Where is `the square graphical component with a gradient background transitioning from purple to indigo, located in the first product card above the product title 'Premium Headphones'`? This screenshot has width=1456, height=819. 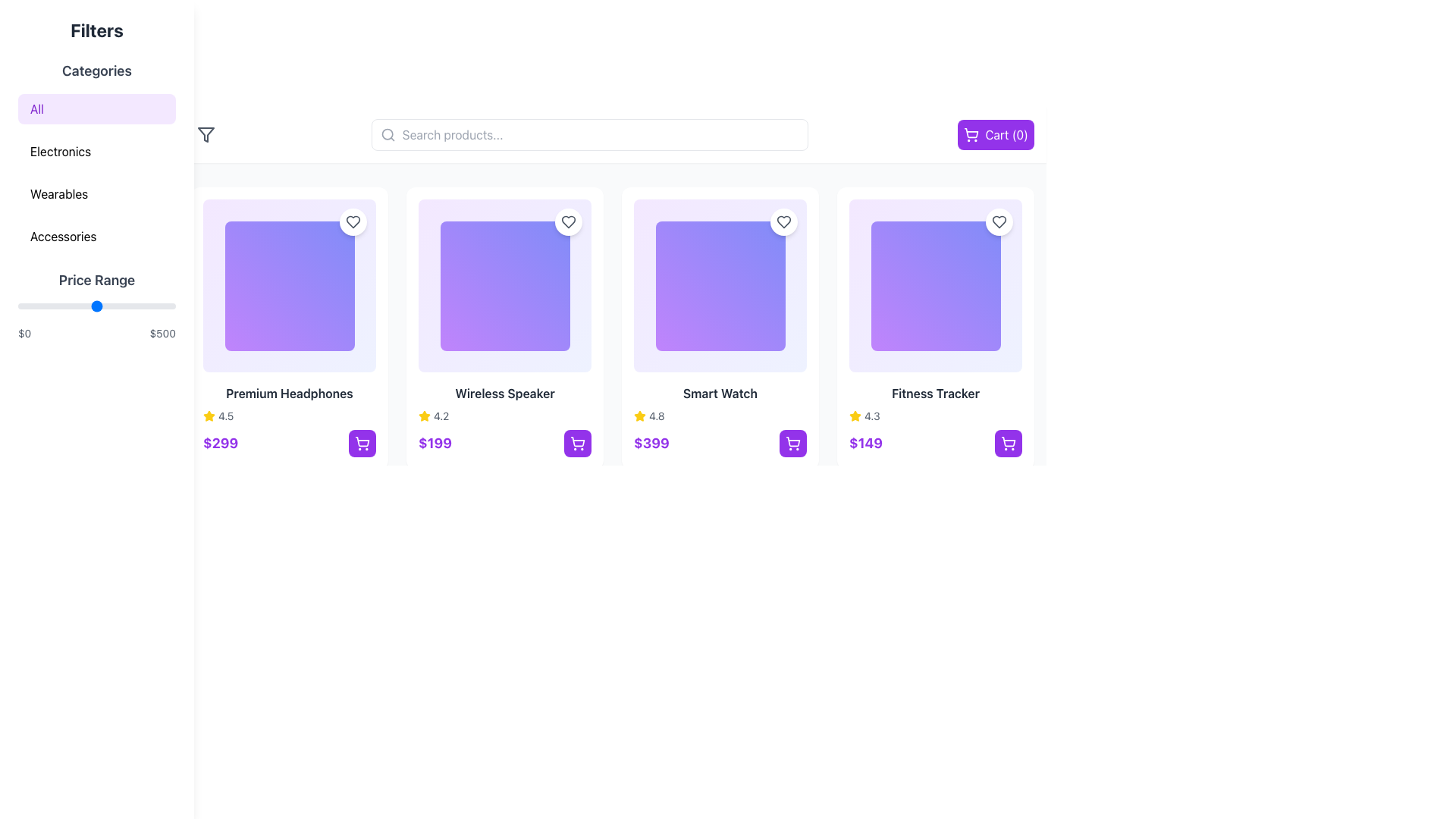 the square graphical component with a gradient background transitioning from purple to indigo, located in the first product card above the product title 'Premium Headphones' is located at coordinates (290, 286).